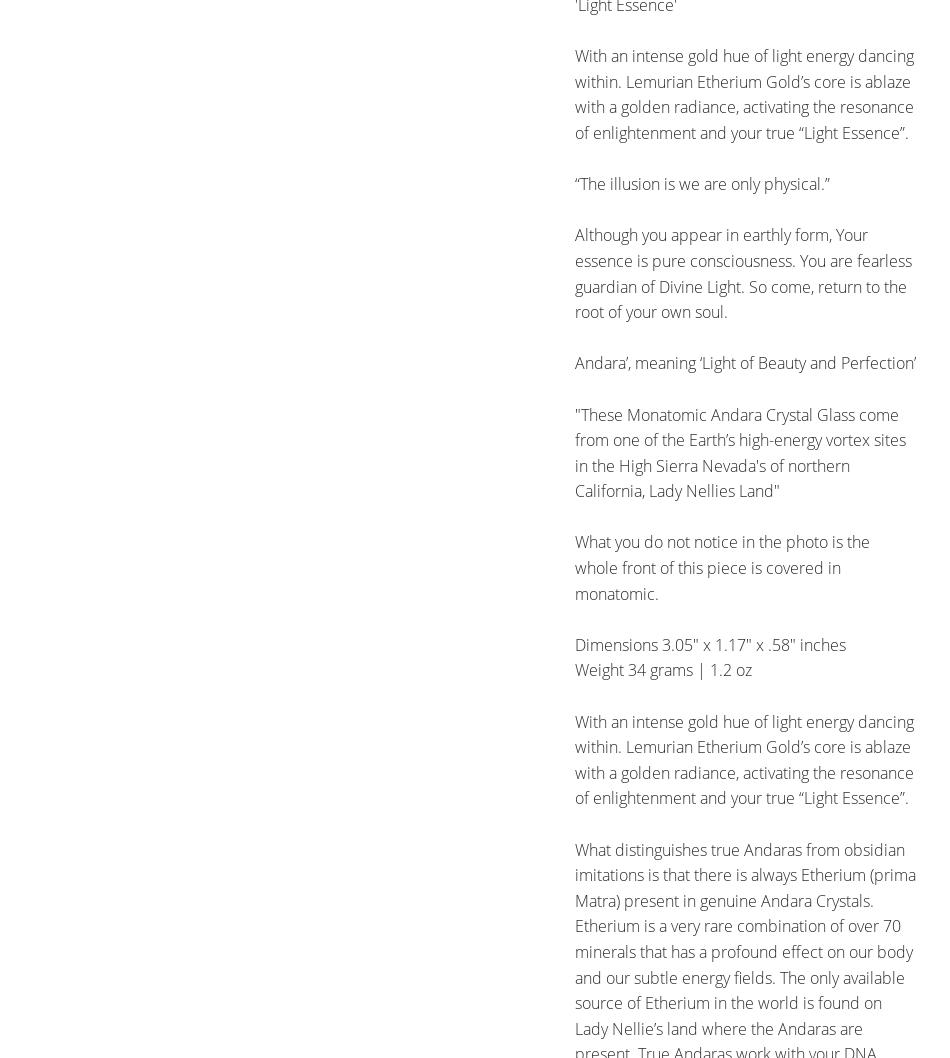  I want to click on '"These Monatomic Andara Crystal Glass come from one of the Earth’s high-energy vortex sites in the High Sierra Nevada's of northern California, Lady Nellies Land"', so click(739, 451).